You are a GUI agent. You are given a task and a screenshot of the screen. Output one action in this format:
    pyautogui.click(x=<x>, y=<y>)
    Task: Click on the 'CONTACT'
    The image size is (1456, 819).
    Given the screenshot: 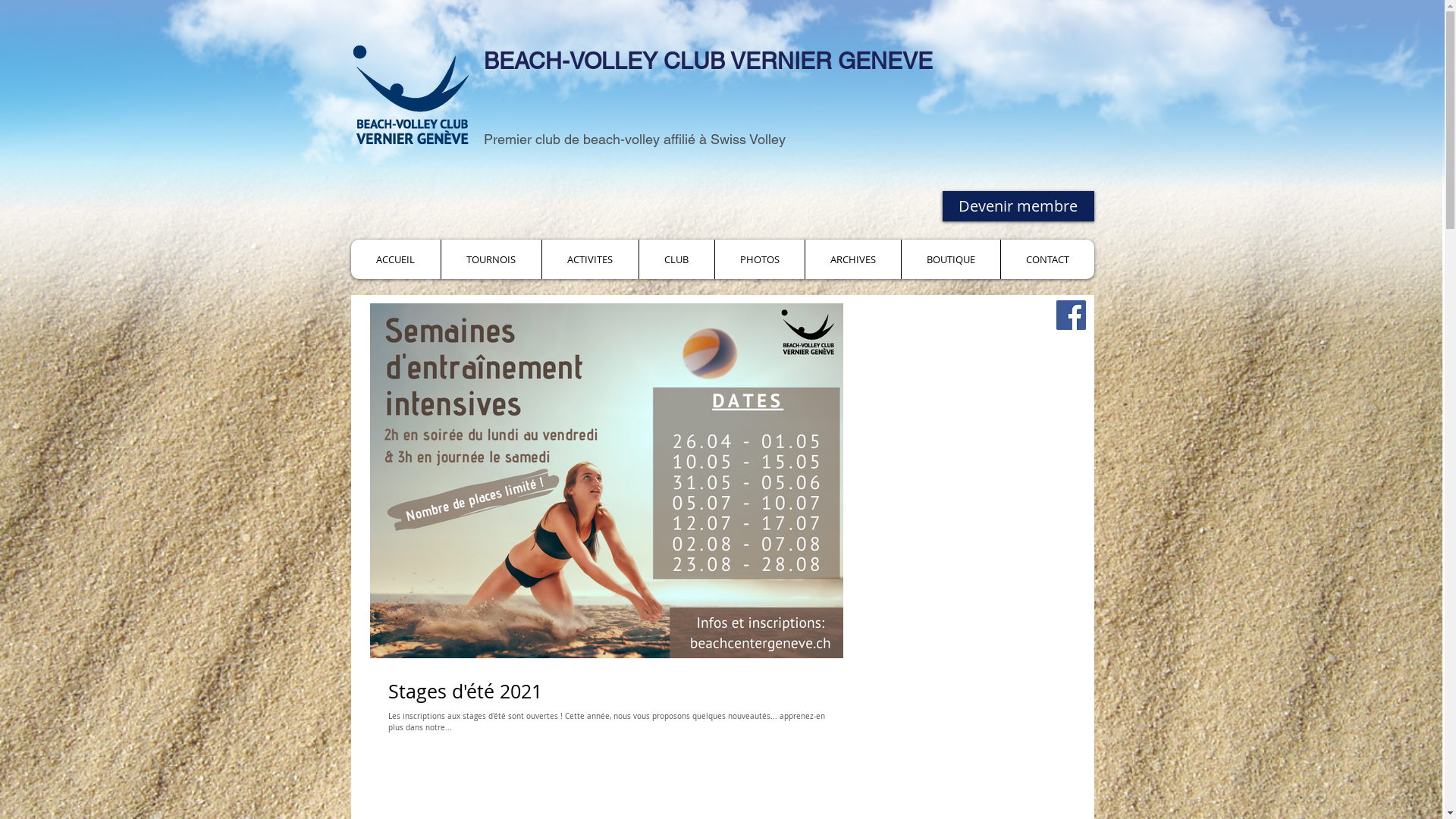 What is the action you would take?
    pyautogui.click(x=1046, y=259)
    